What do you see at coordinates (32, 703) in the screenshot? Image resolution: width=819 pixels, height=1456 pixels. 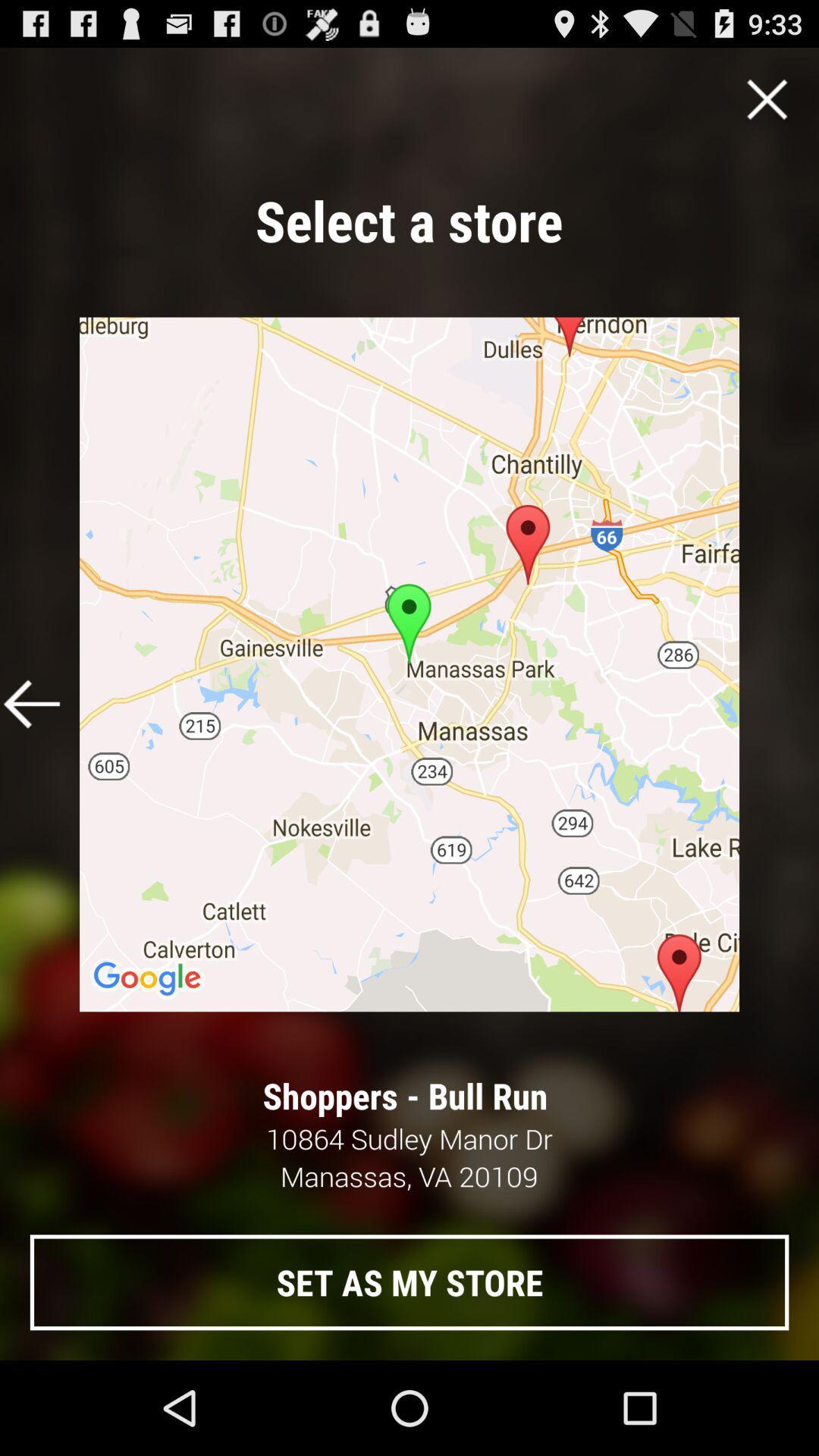 I see `go back` at bounding box center [32, 703].